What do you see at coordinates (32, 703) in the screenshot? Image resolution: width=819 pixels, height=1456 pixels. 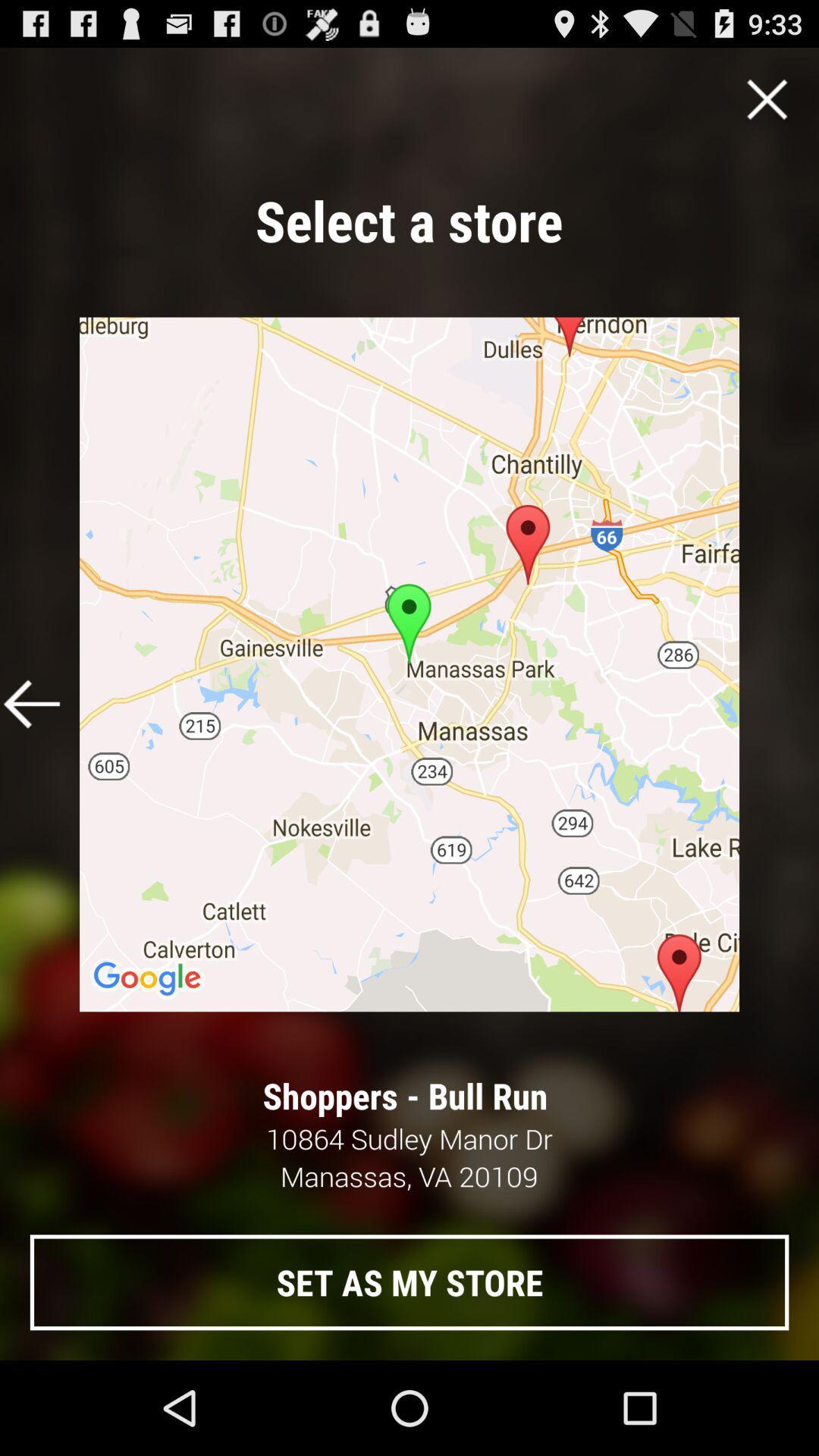 I see `go back` at bounding box center [32, 703].